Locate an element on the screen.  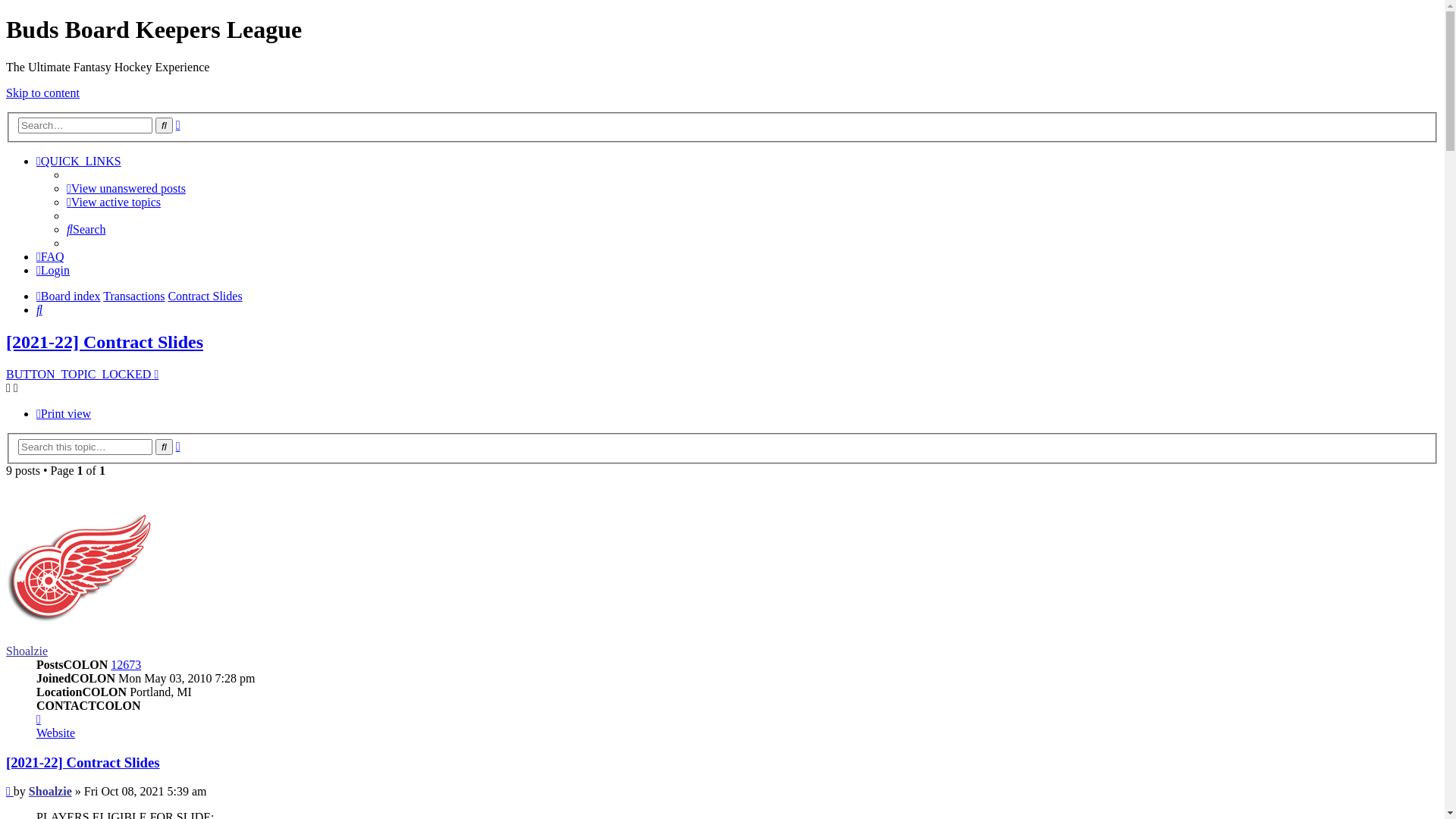
'12673' is located at coordinates (126, 664).